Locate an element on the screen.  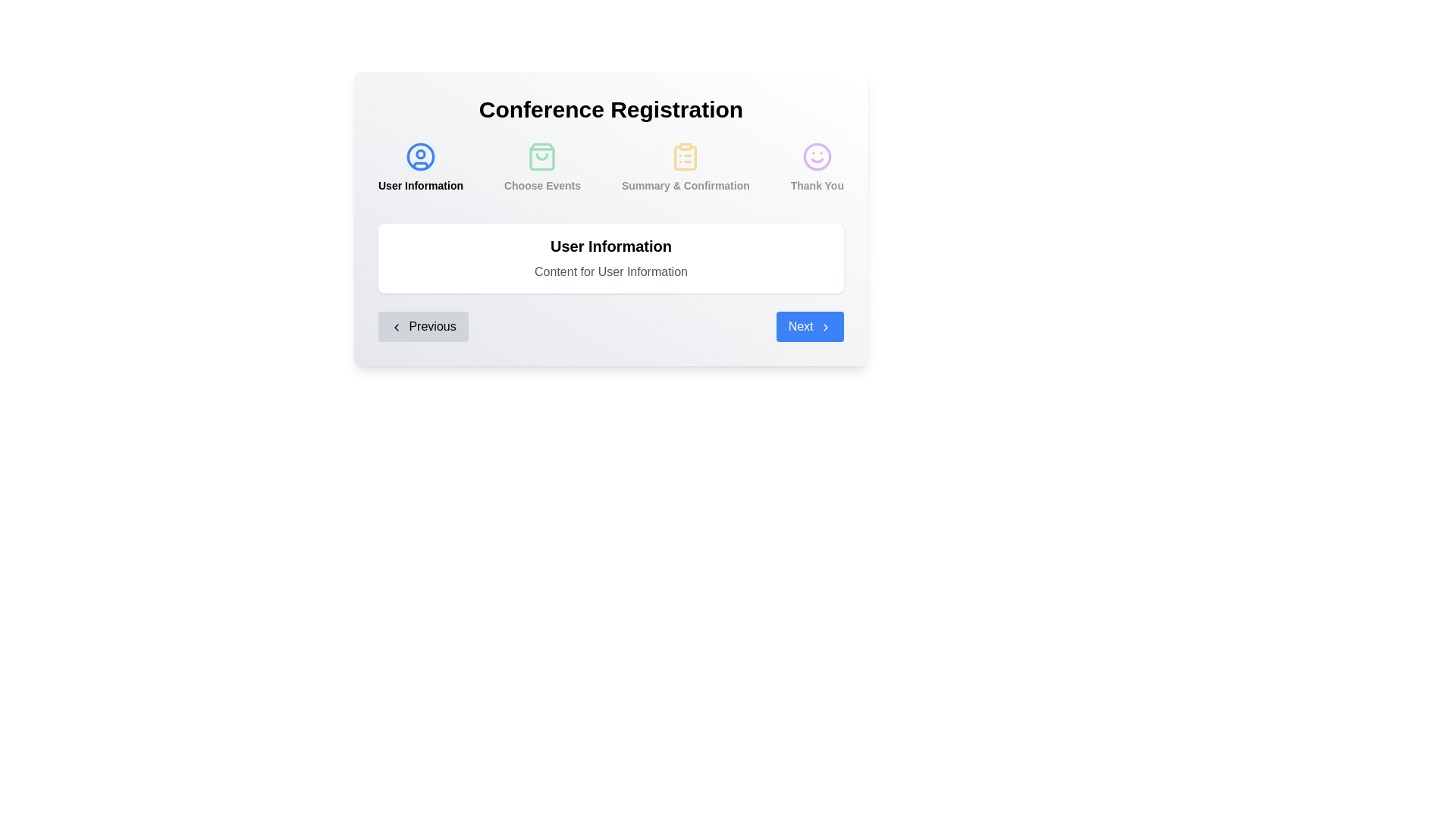
the Text Label at the top center of the interface that indicates the purpose or title of the current section is located at coordinates (611, 109).